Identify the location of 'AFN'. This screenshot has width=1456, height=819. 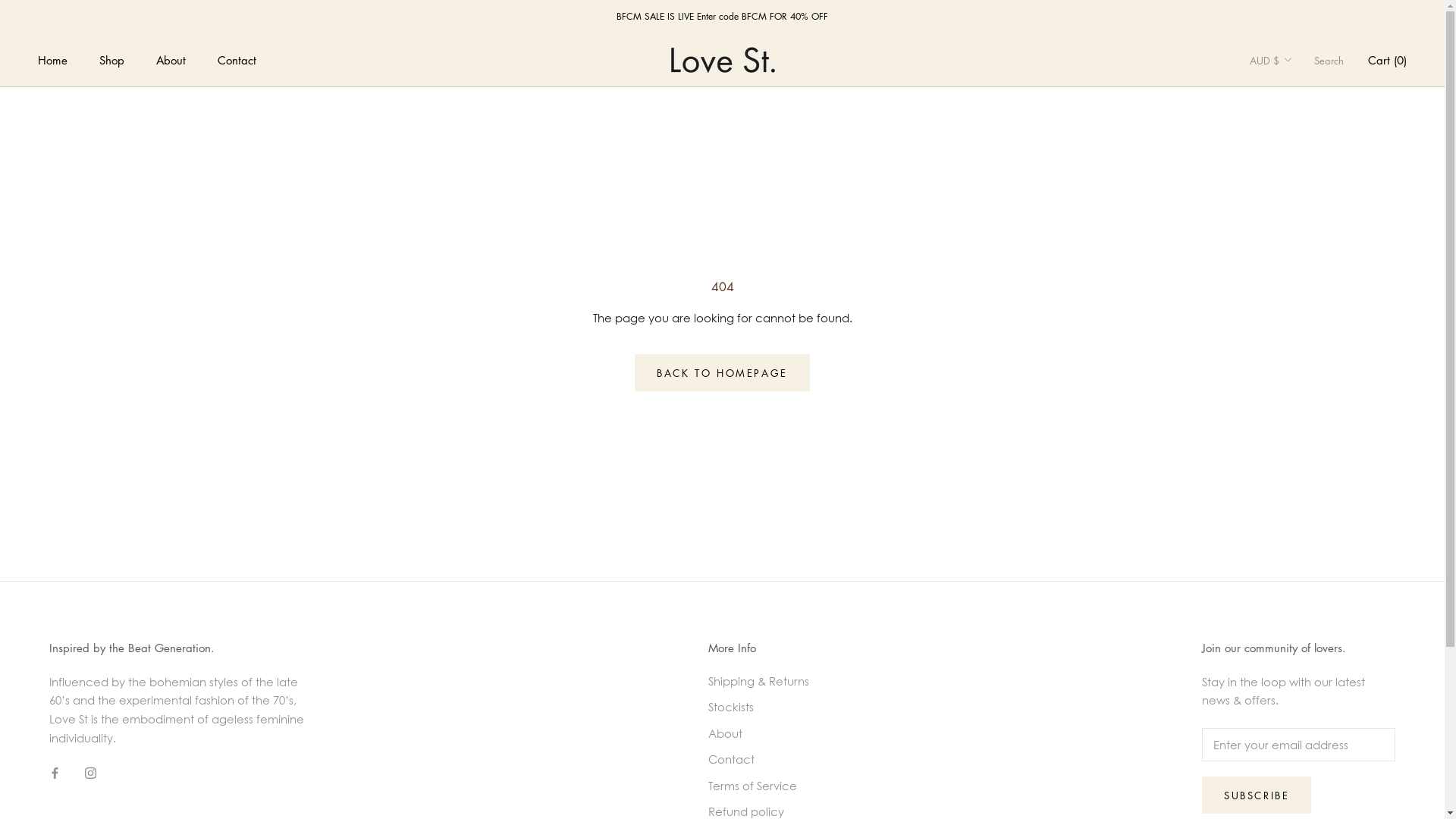
(1294, 118).